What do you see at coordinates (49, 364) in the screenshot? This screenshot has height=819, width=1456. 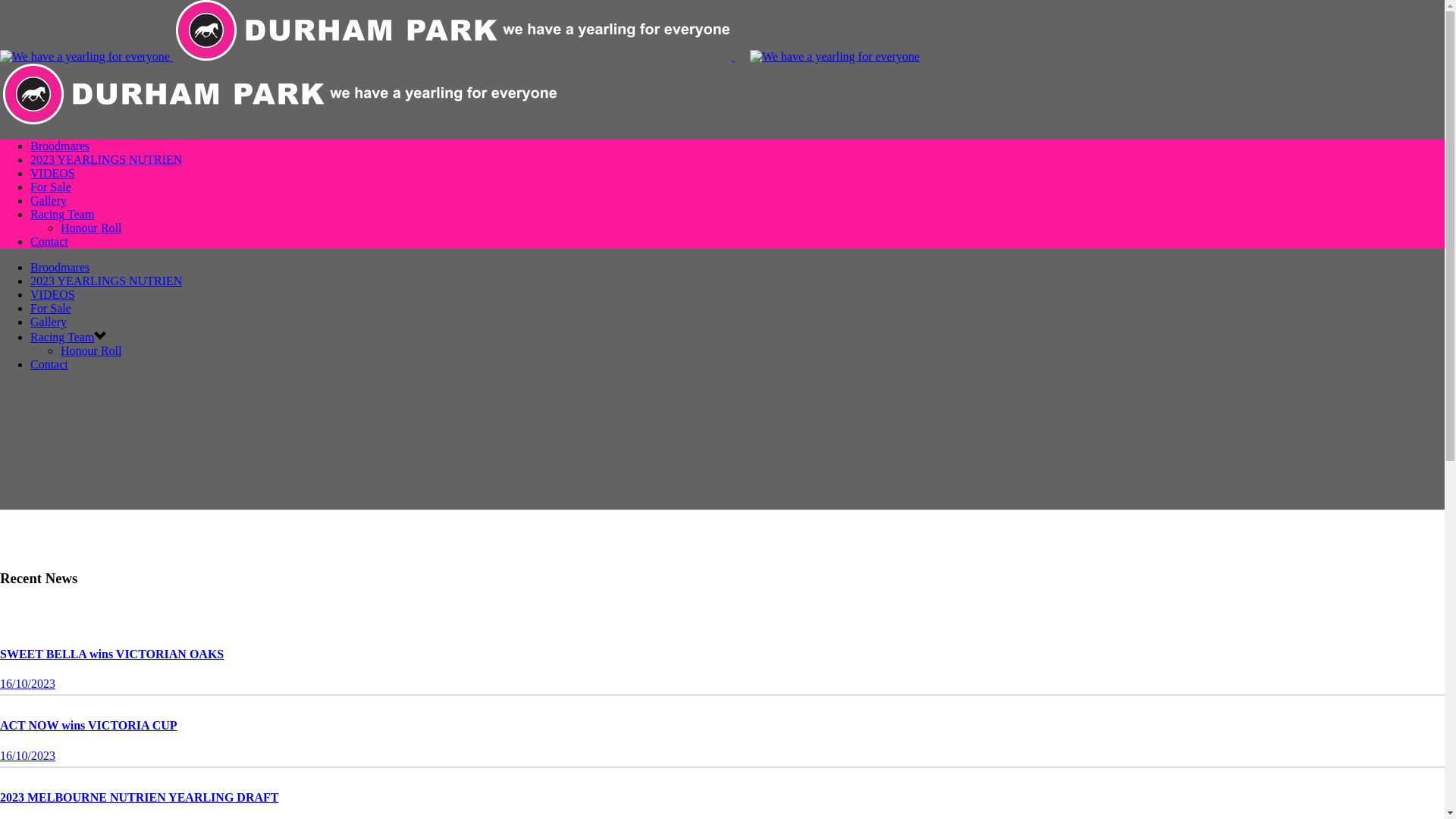 I see `'Contact'` at bounding box center [49, 364].